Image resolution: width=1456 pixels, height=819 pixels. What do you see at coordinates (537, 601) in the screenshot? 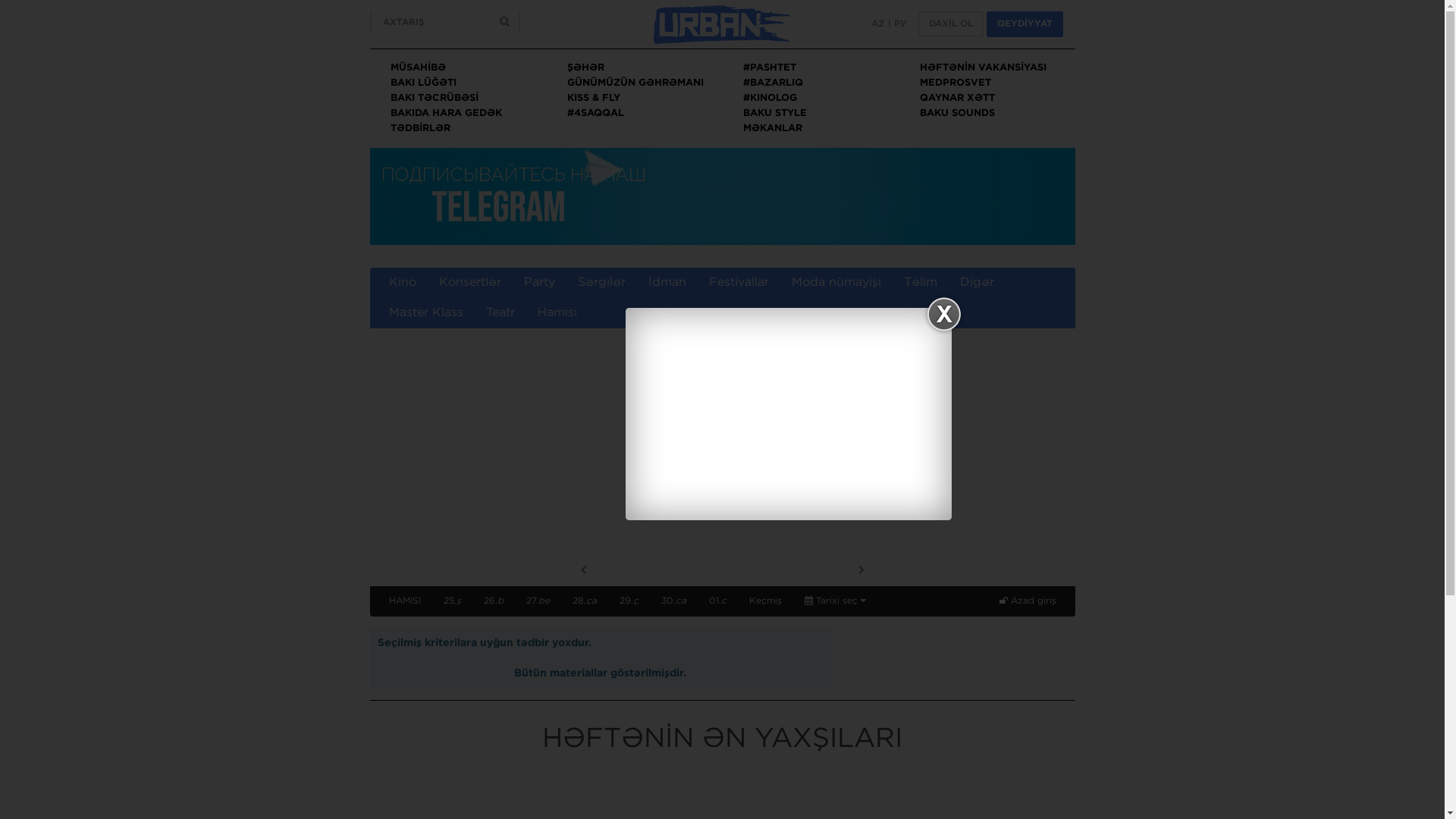
I see `'27.be'` at bounding box center [537, 601].